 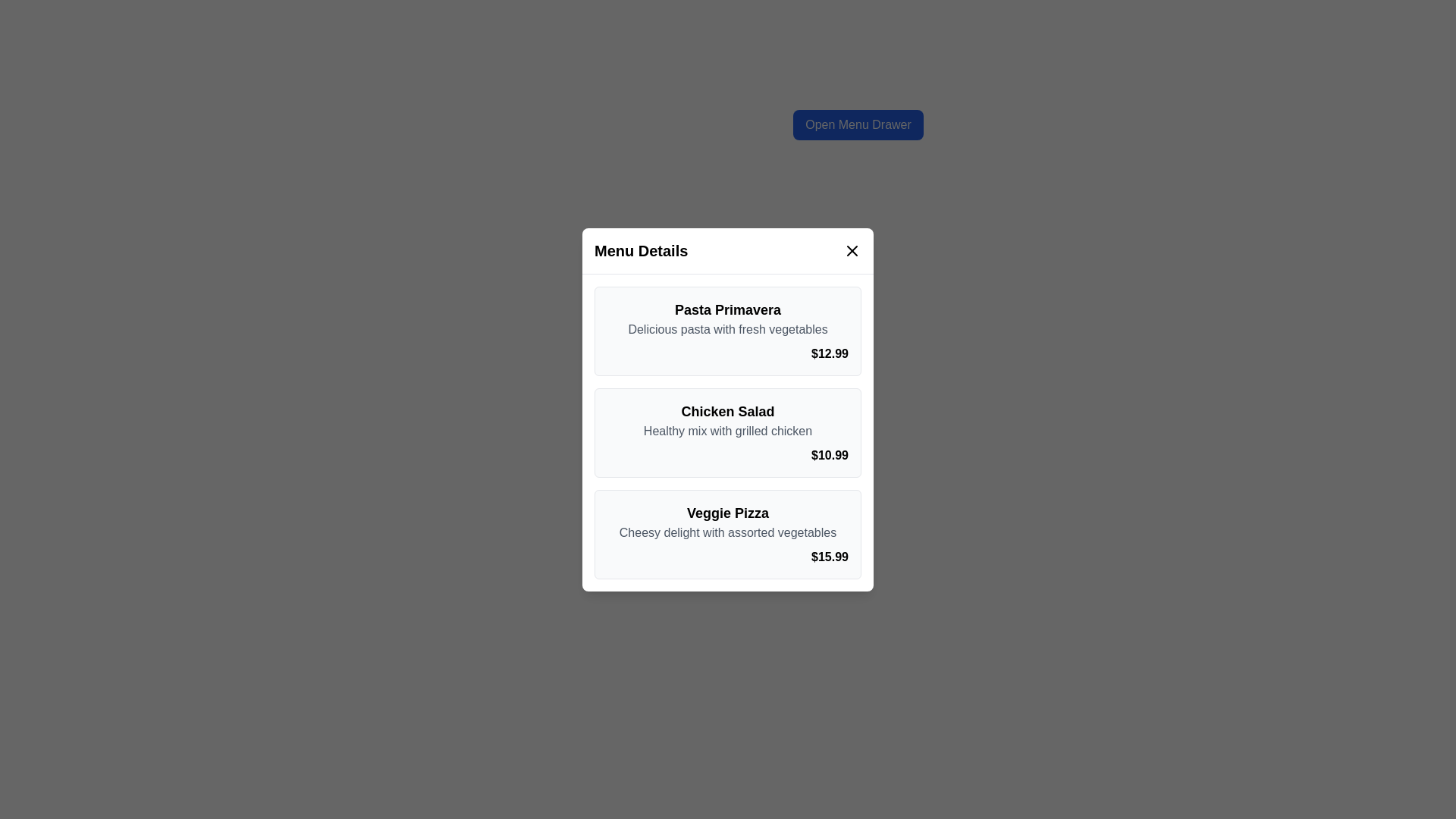 What do you see at coordinates (852, 249) in the screenshot?
I see `the Close button located in the top-right corner of the 'Menu Details' modal` at bounding box center [852, 249].